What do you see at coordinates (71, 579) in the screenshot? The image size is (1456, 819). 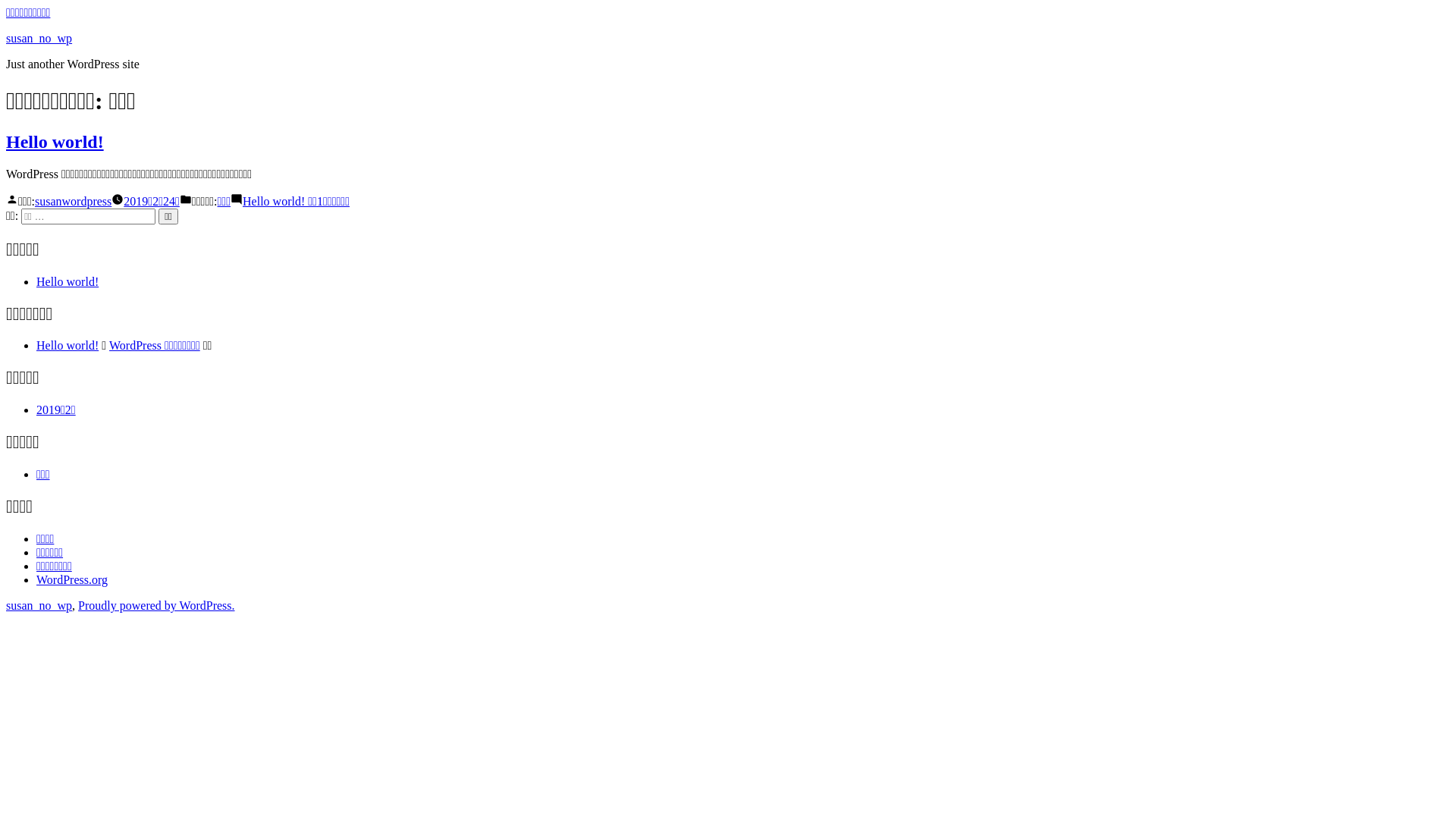 I see `'WordPress.org'` at bounding box center [71, 579].